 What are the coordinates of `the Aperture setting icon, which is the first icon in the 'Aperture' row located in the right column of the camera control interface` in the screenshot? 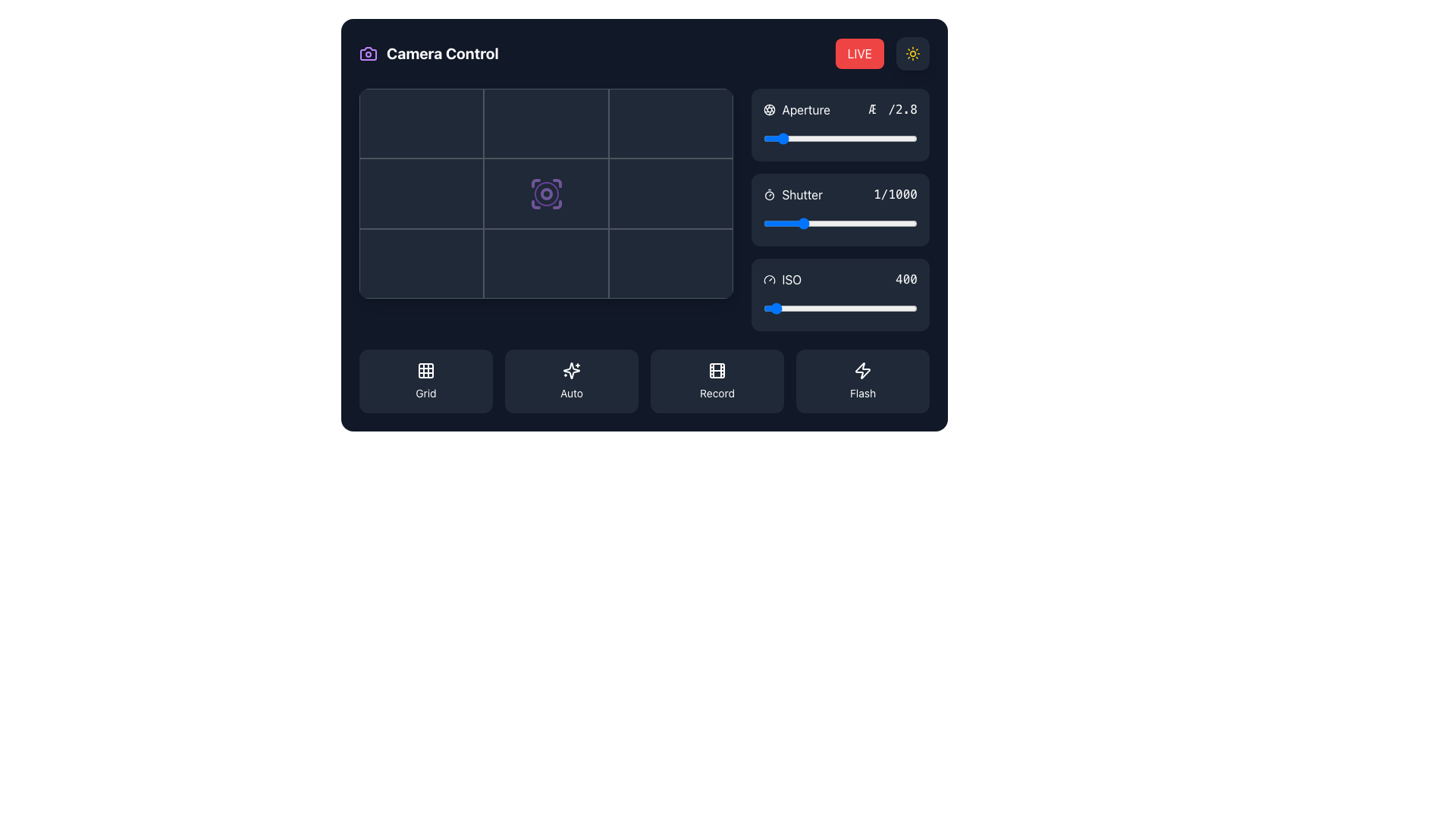 It's located at (770, 109).